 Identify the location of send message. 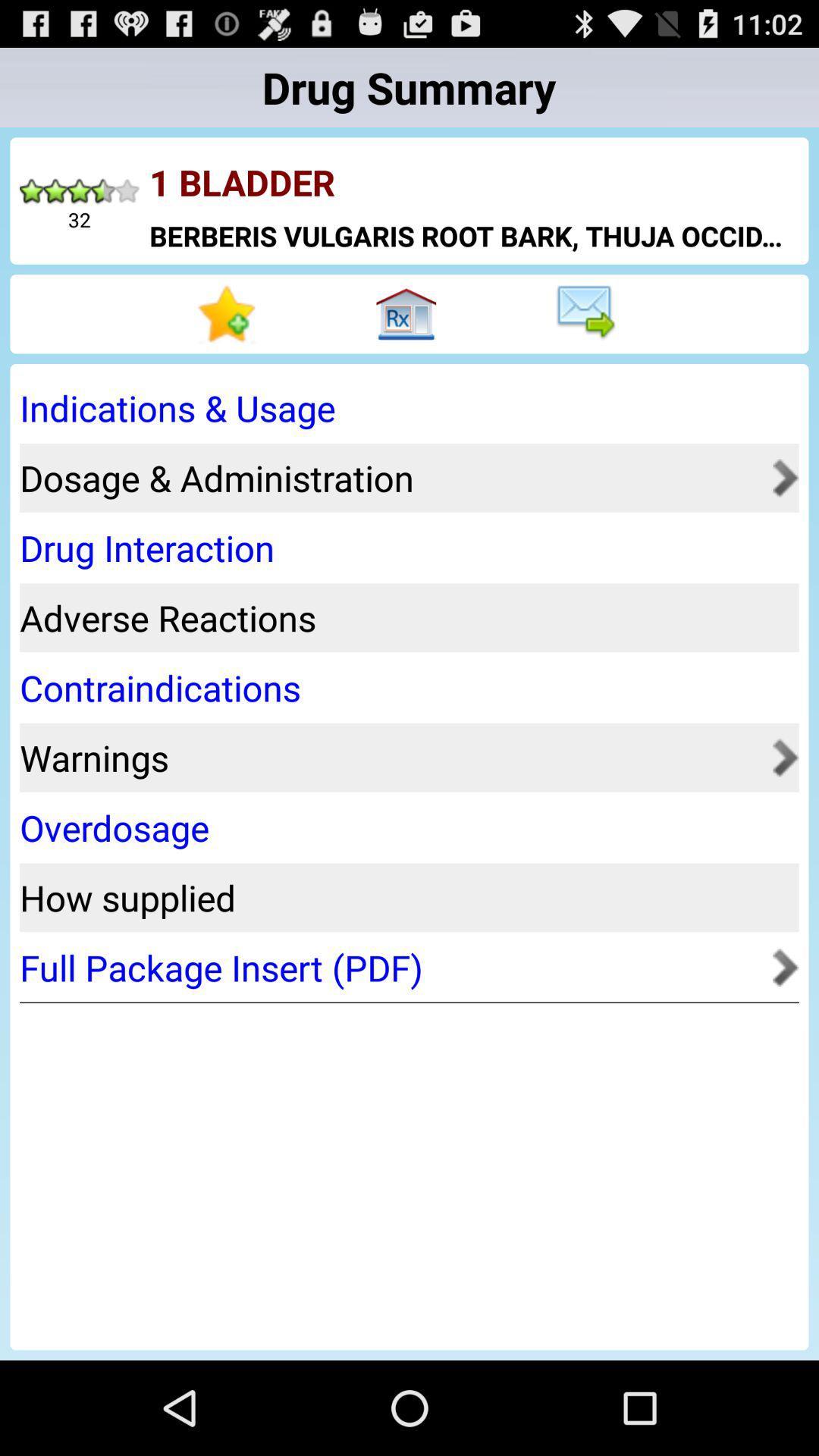
(588, 313).